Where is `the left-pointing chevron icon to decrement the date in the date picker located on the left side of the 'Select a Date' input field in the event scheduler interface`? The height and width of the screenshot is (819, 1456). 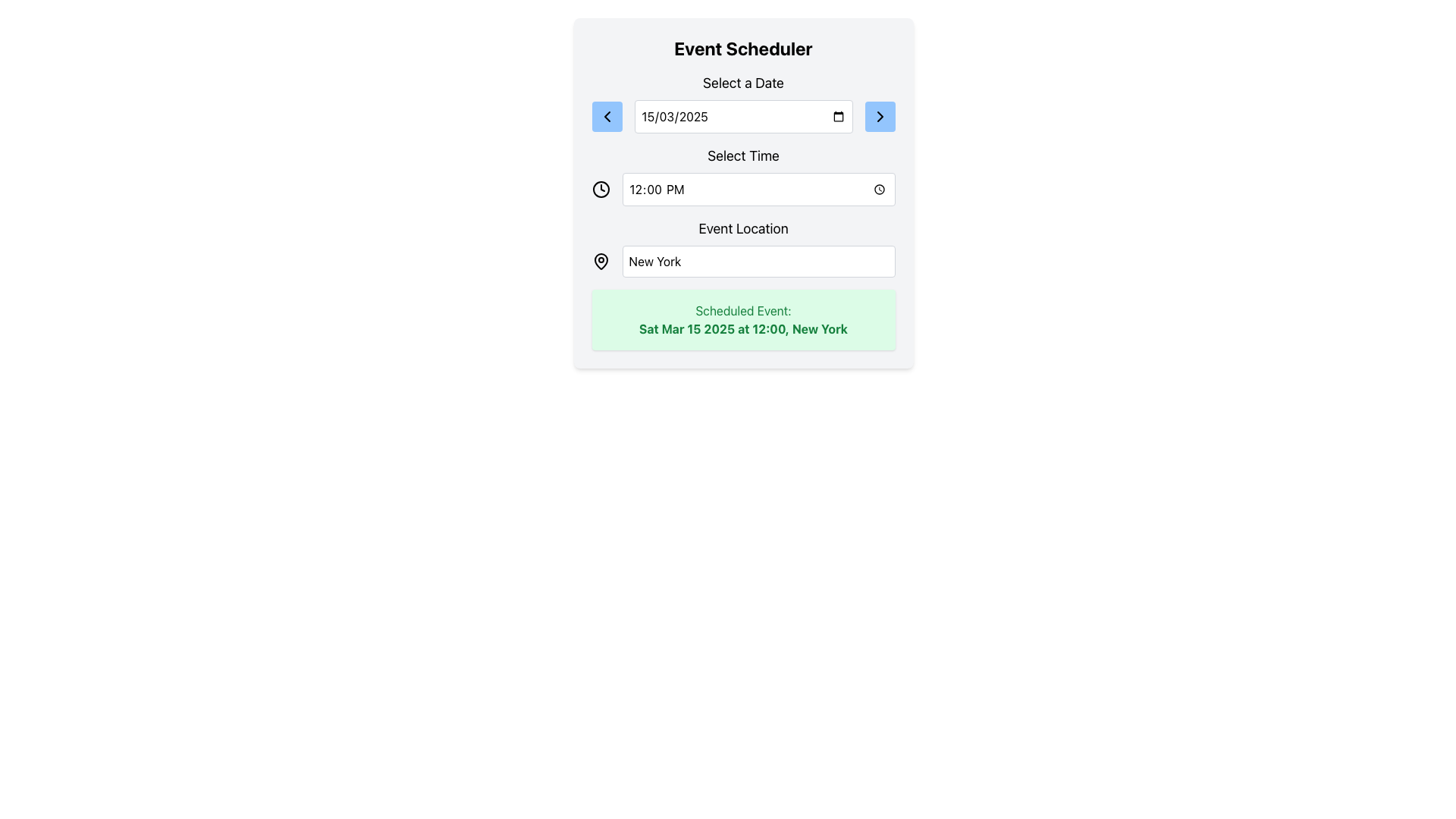
the left-pointing chevron icon to decrement the date in the date picker located on the left side of the 'Select a Date' input field in the event scheduler interface is located at coordinates (607, 116).